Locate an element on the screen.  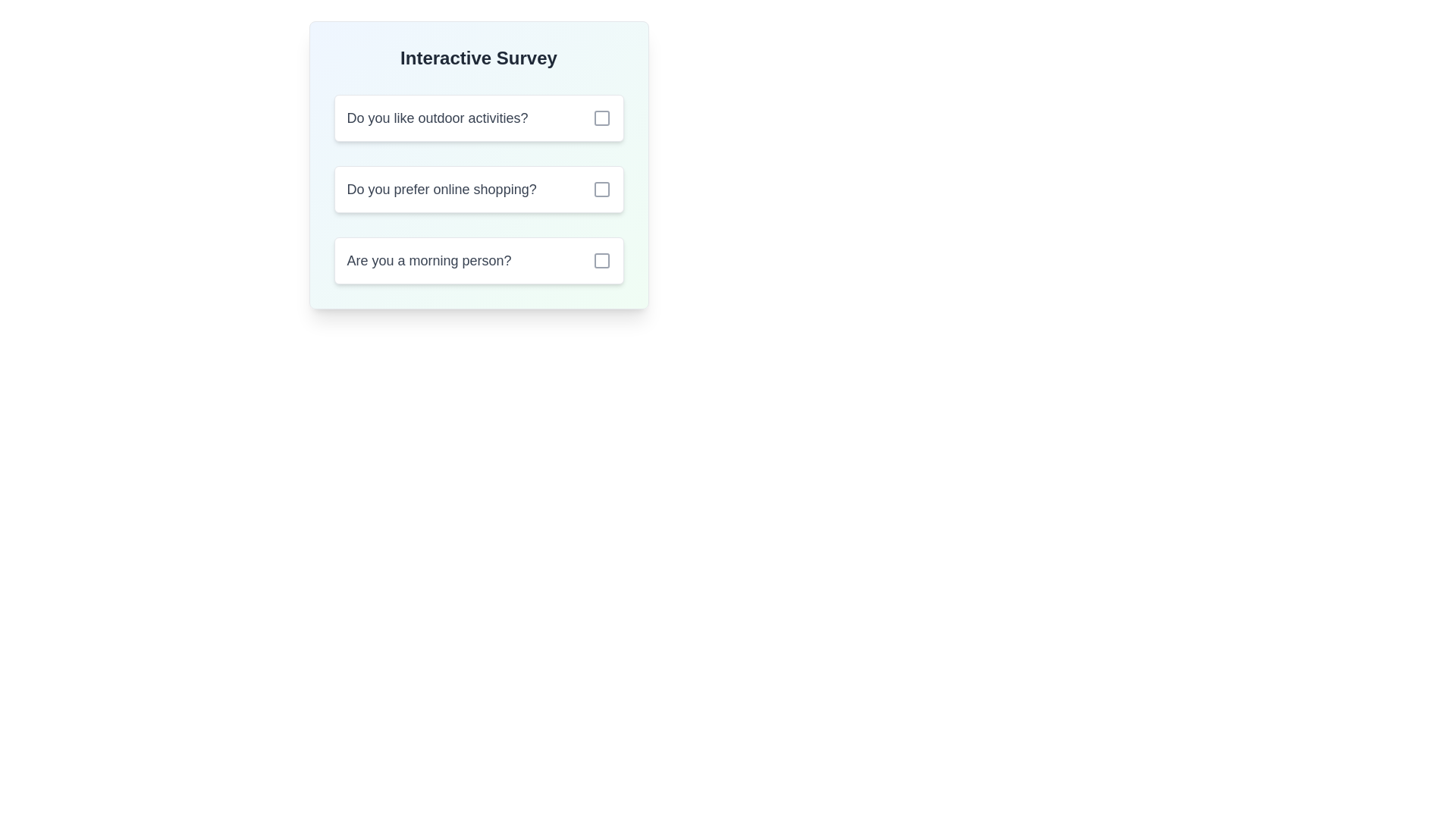
the unselected checkbox located to the right of the text 'Do you prefer online shopping?' for keyboard navigation is located at coordinates (601, 189).